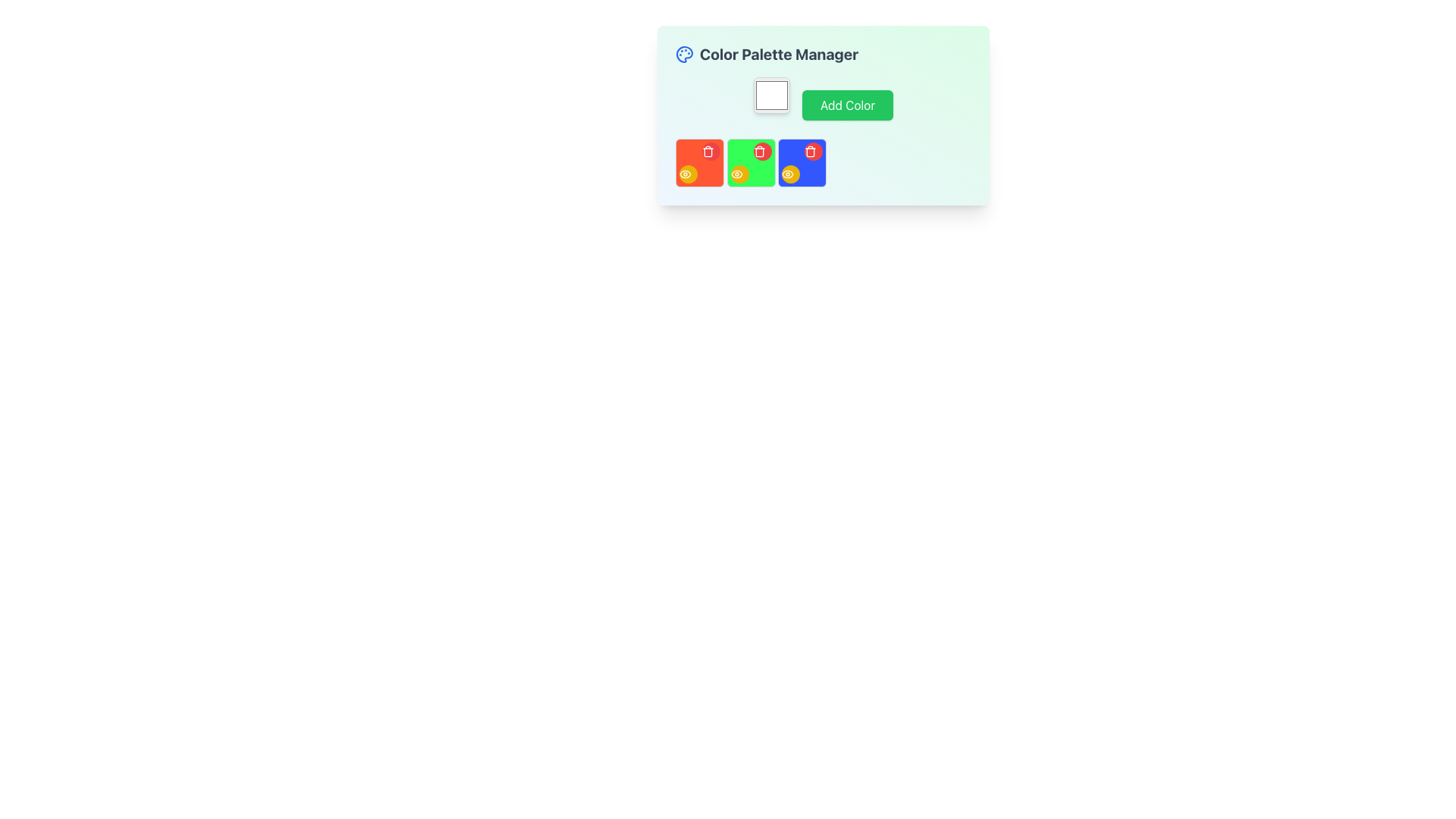 The height and width of the screenshot is (819, 1456). What do you see at coordinates (790, 174) in the screenshot?
I see `the toggle button located at the bottom-left corner of the third blue square card in the color palette manager interface` at bounding box center [790, 174].